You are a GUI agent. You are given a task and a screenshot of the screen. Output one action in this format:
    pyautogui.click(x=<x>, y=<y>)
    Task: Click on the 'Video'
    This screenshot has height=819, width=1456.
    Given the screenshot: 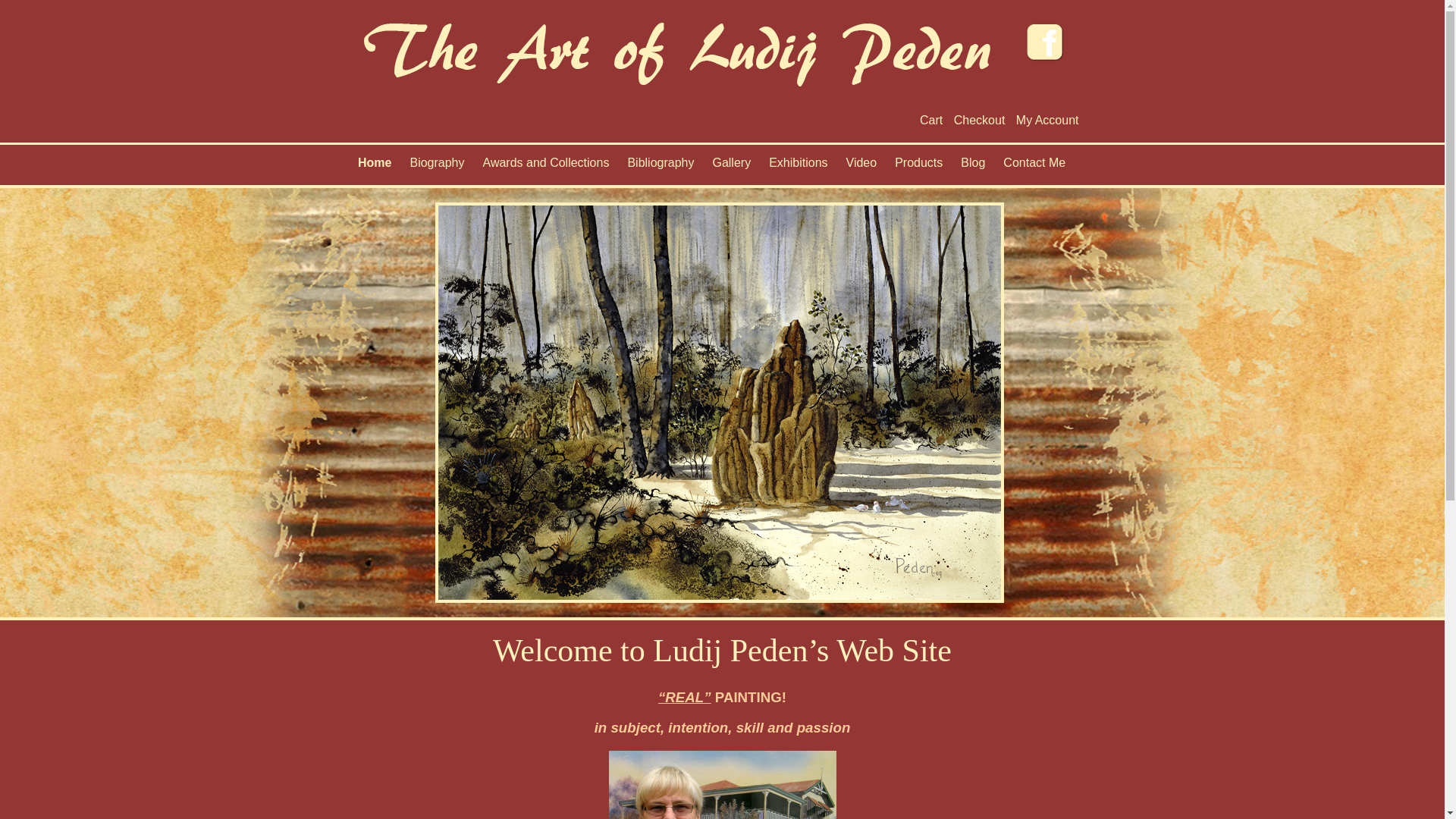 What is the action you would take?
    pyautogui.click(x=861, y=166)
    